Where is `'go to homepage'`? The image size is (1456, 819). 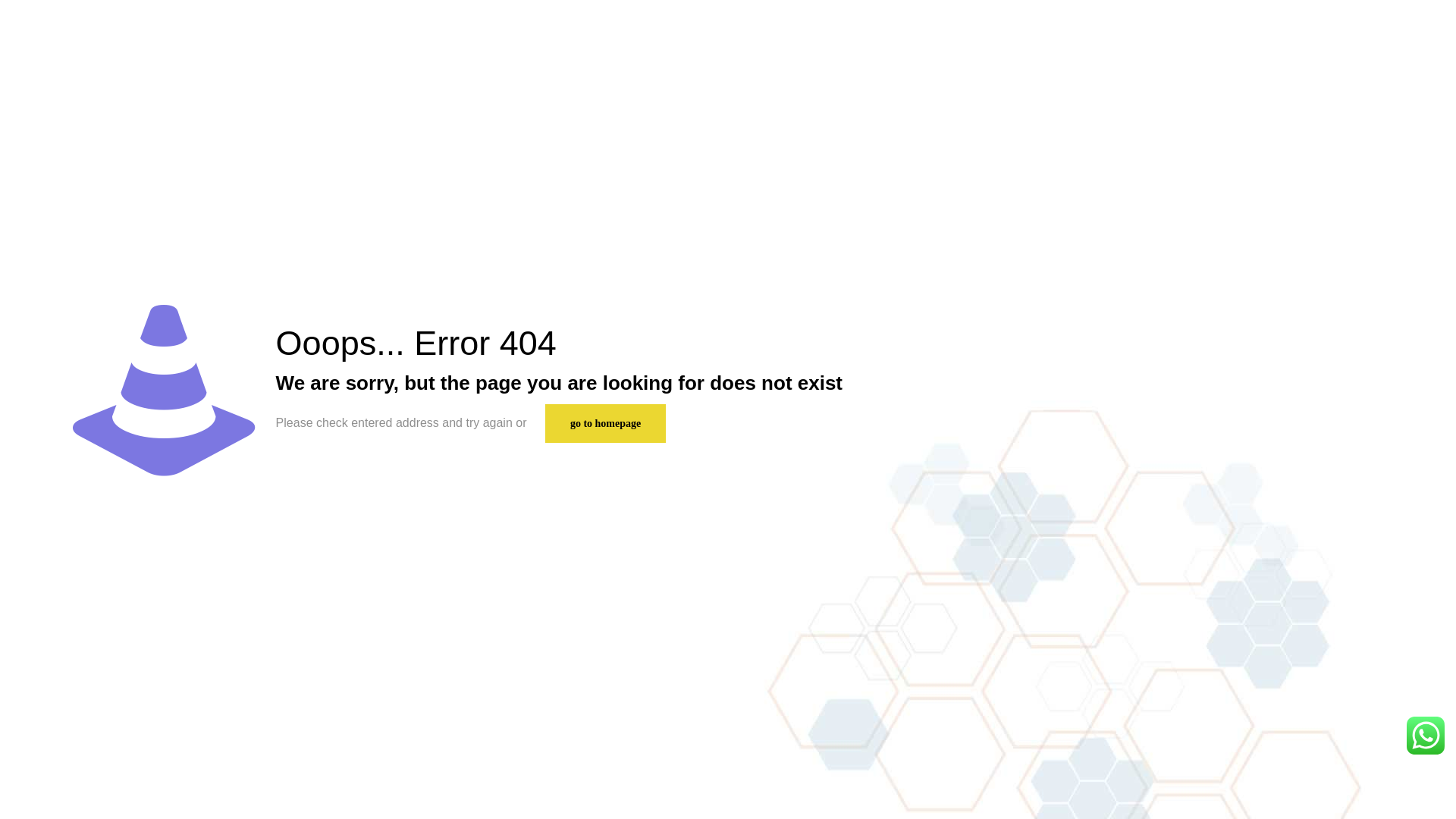
'go to homepage' is located at coordinates (604, 423).